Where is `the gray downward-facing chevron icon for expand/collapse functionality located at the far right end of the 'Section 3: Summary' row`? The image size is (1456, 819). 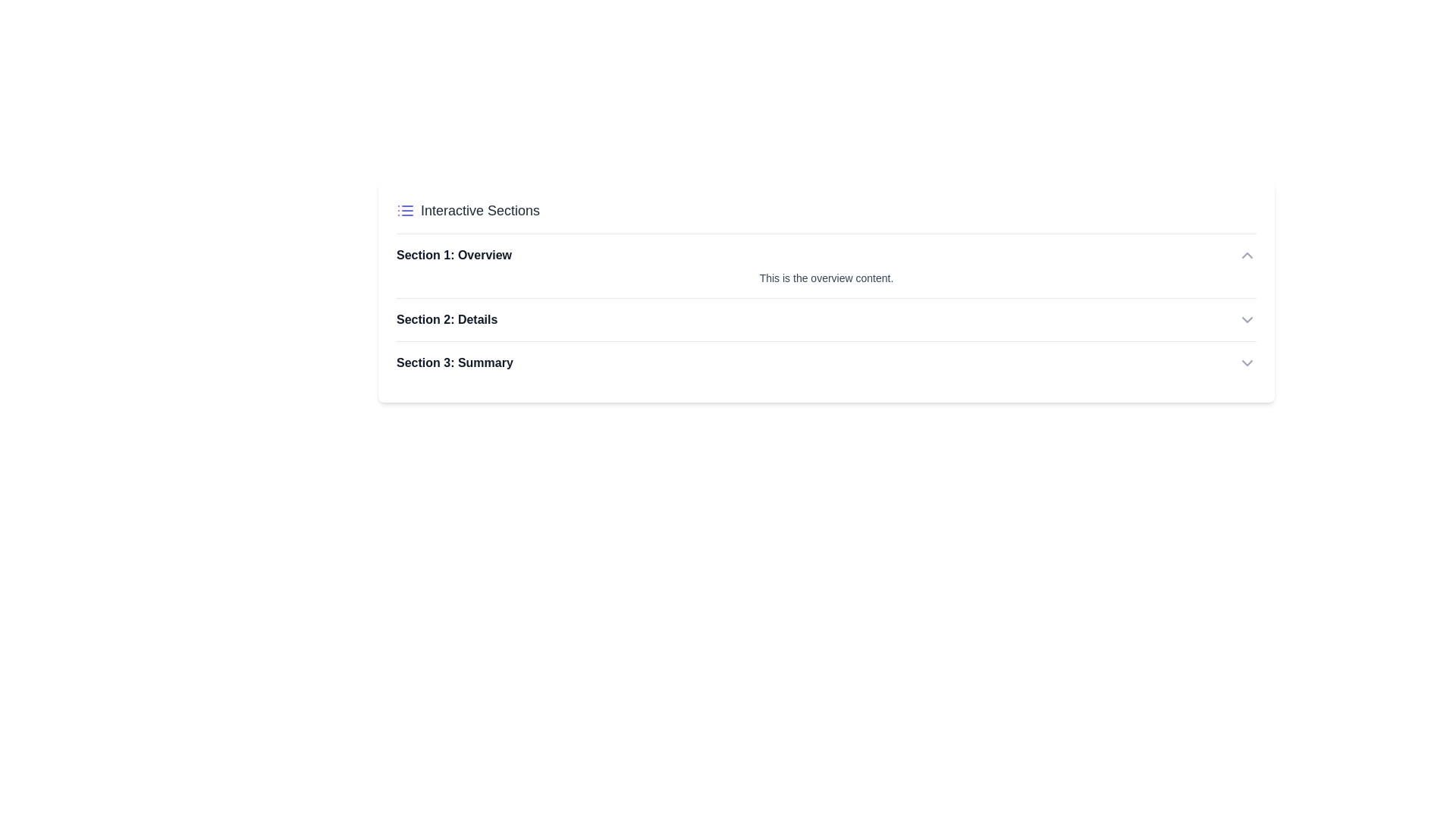 the gray downward-facing chevron icon for expand/collapse functionality located at the far right end of the 'Section 3: Summary' row is located at coordinates (1247, 362).